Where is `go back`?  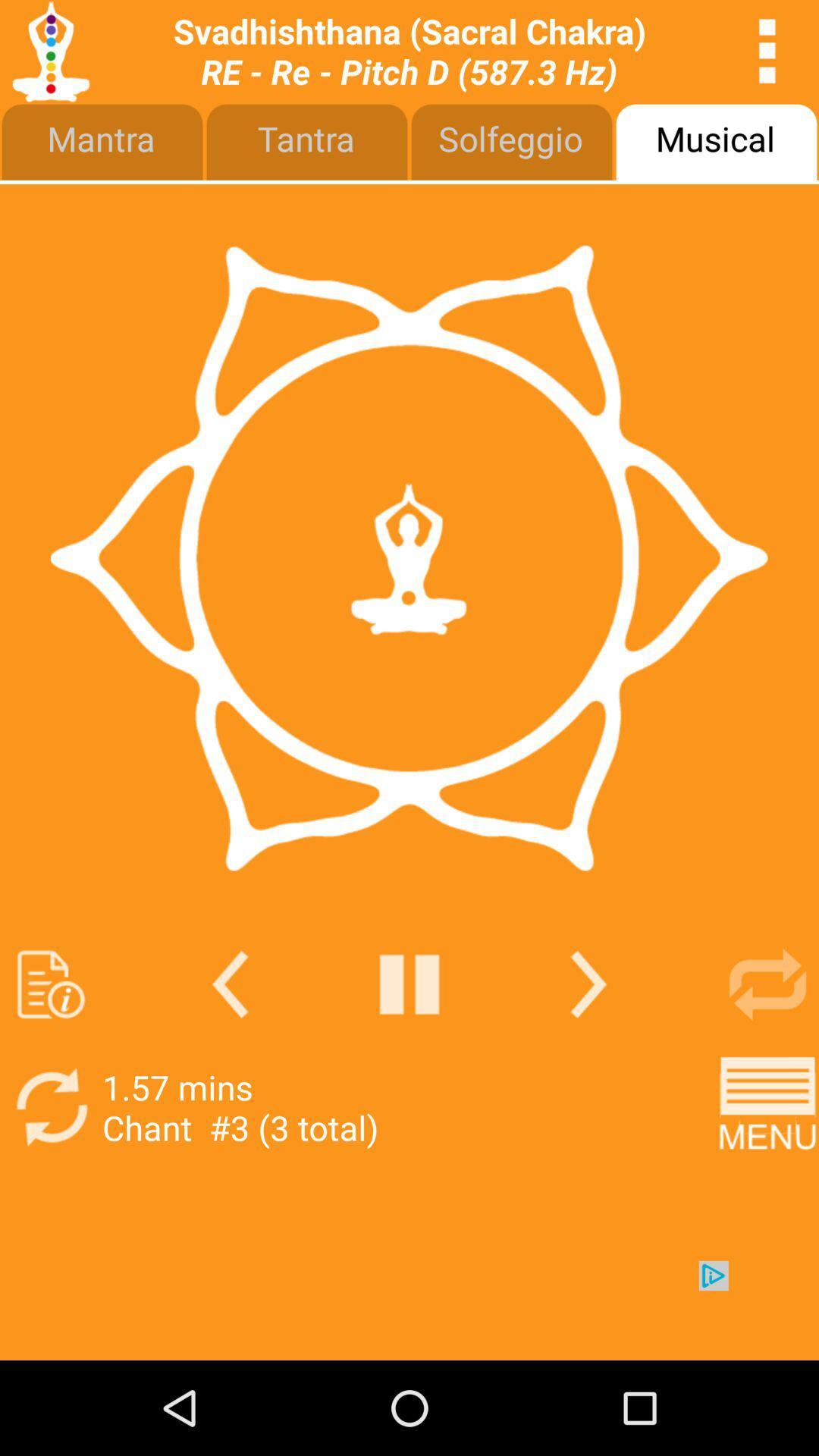
go back is located at coordinates (230, 984).